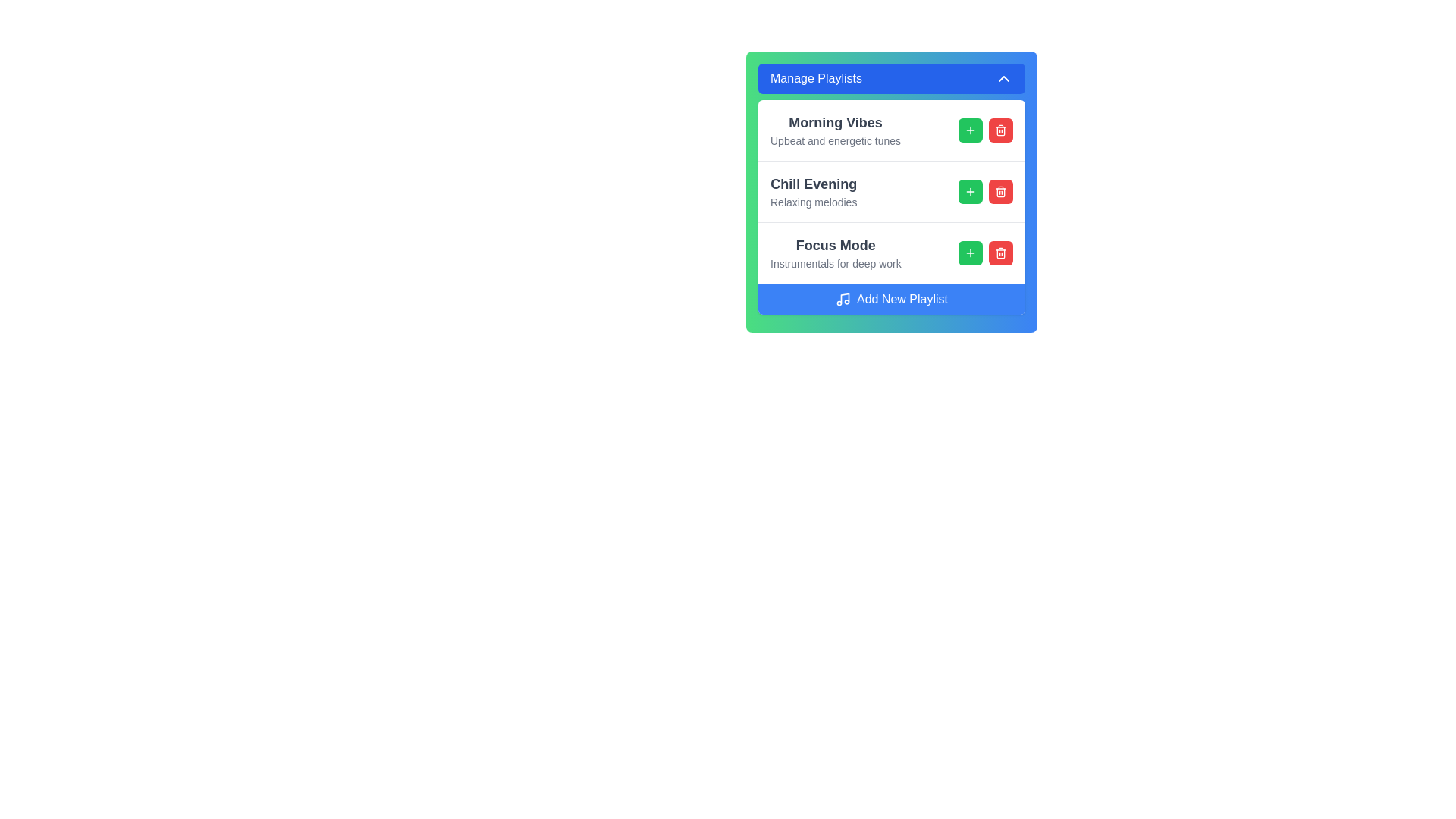 This screenshot has width=1456, height=819. I want to click on the first list item titled 'Morning Vibes', so click(892, 130).